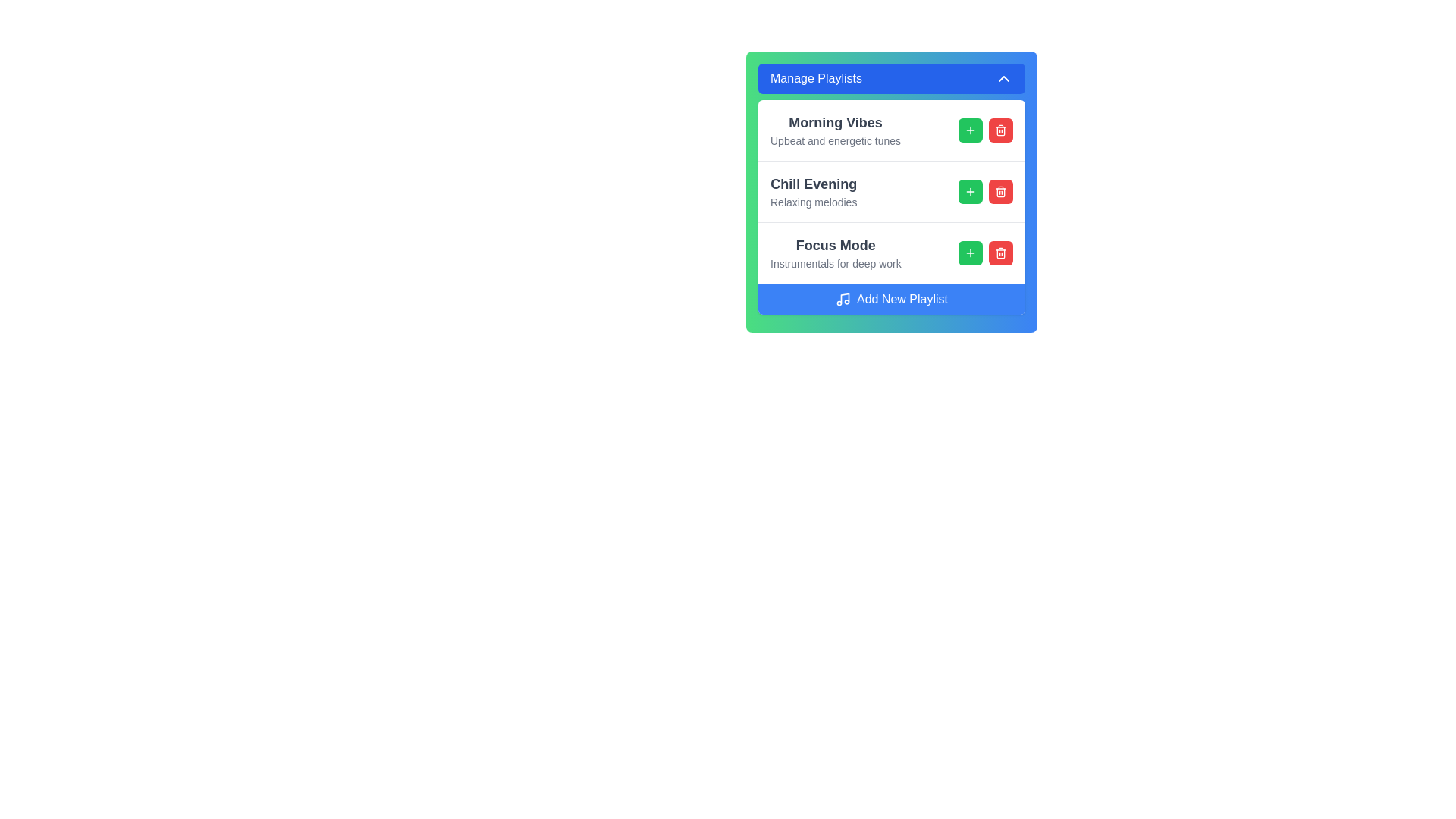 This screenshot has width=1456, height=819. I want to click on the first list item titled 'Morning Vibes', so click(892, 130).